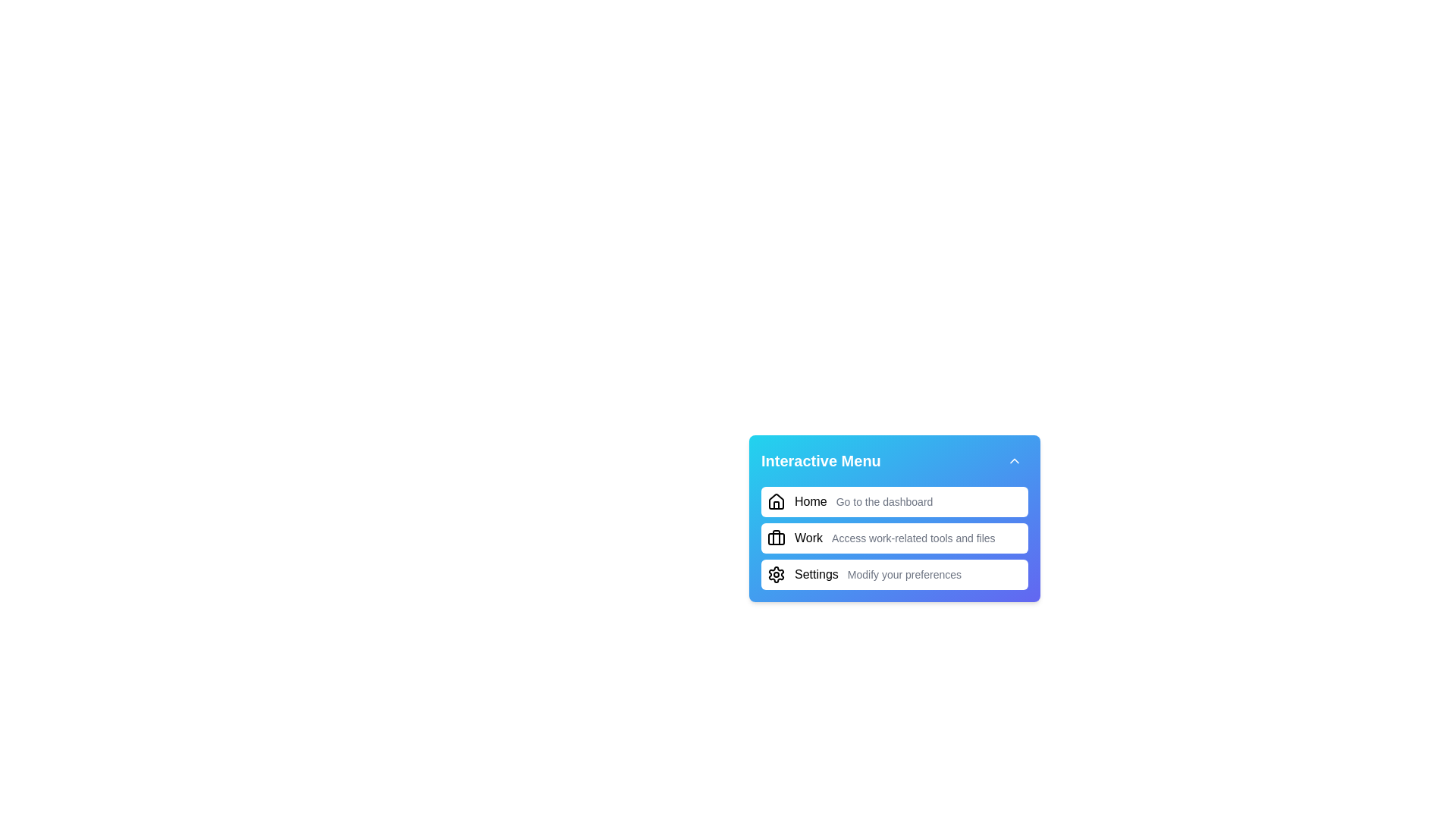 This screenshot has height=819, width=1456. Describe the element at coordinates (776, 502) in the screenshot. I see `the home icon in the topmost menu item of the dashboard, which is visually associated with home navigation and located on the far left next to the 'Home' and 'Go to the dashboard' text elements` at that location.